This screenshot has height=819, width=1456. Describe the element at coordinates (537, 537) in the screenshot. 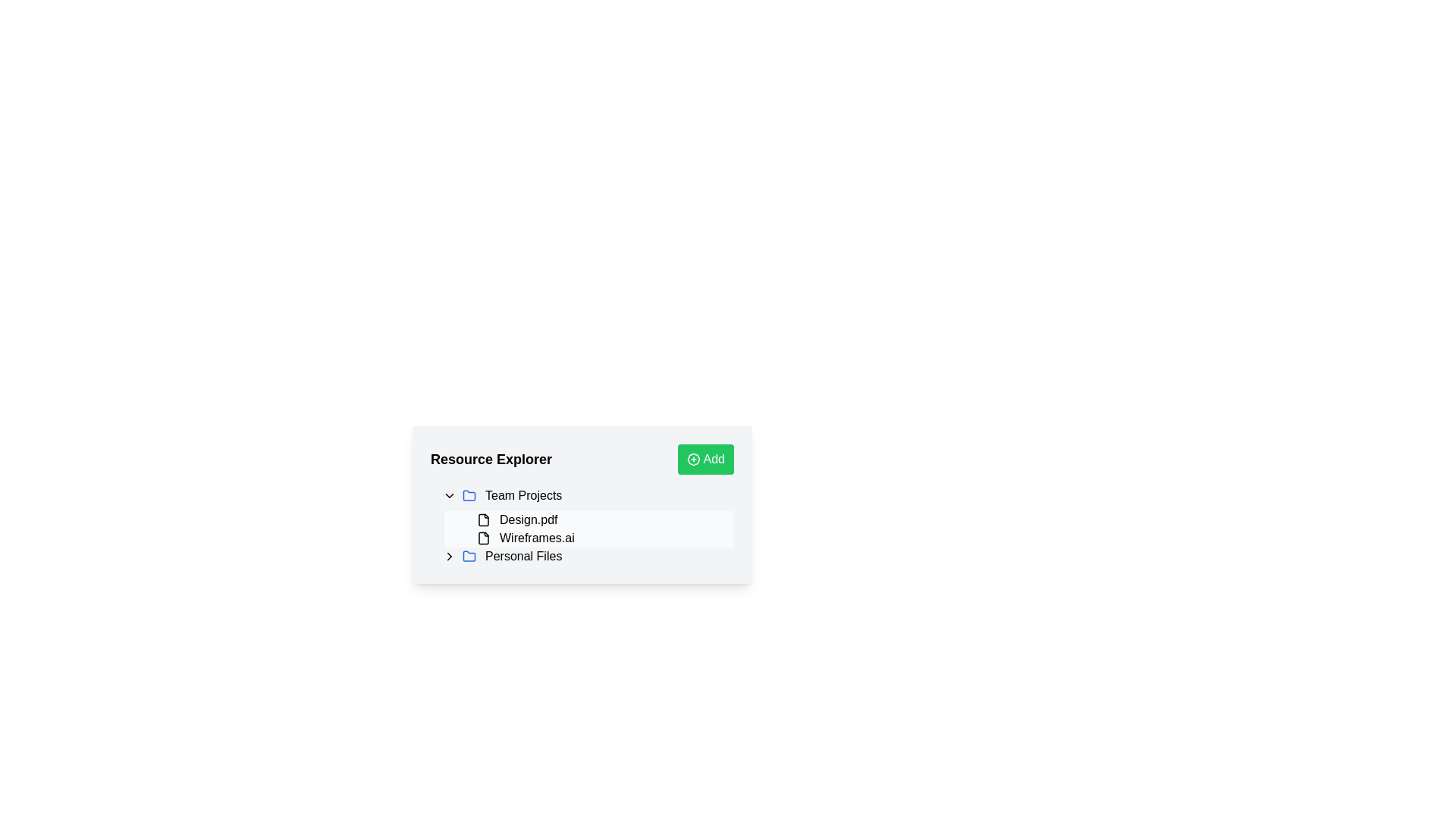

I see `the text label displaying 'Wireframes.ai', which is positioned horizontally aligned with a file icon to its left` at that location.